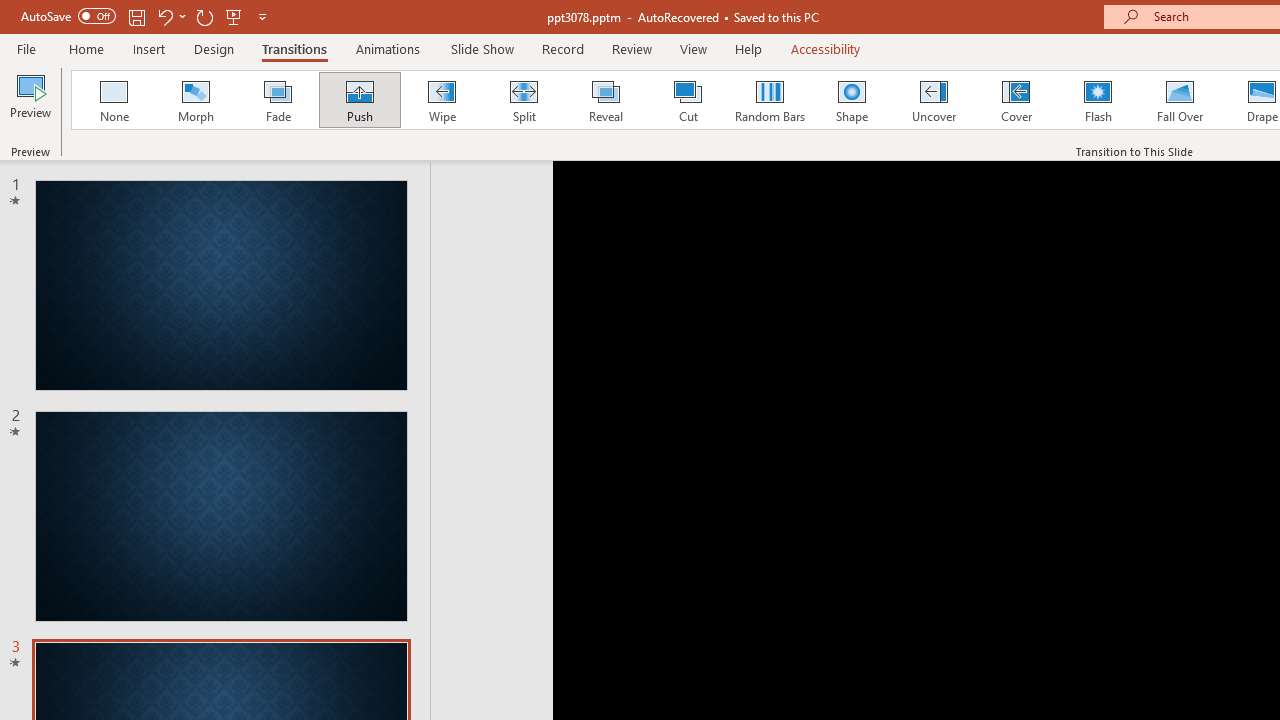 The height and width of the screenshot is (720, 1280). I want to click on 'Flash', so click(1097, 100).